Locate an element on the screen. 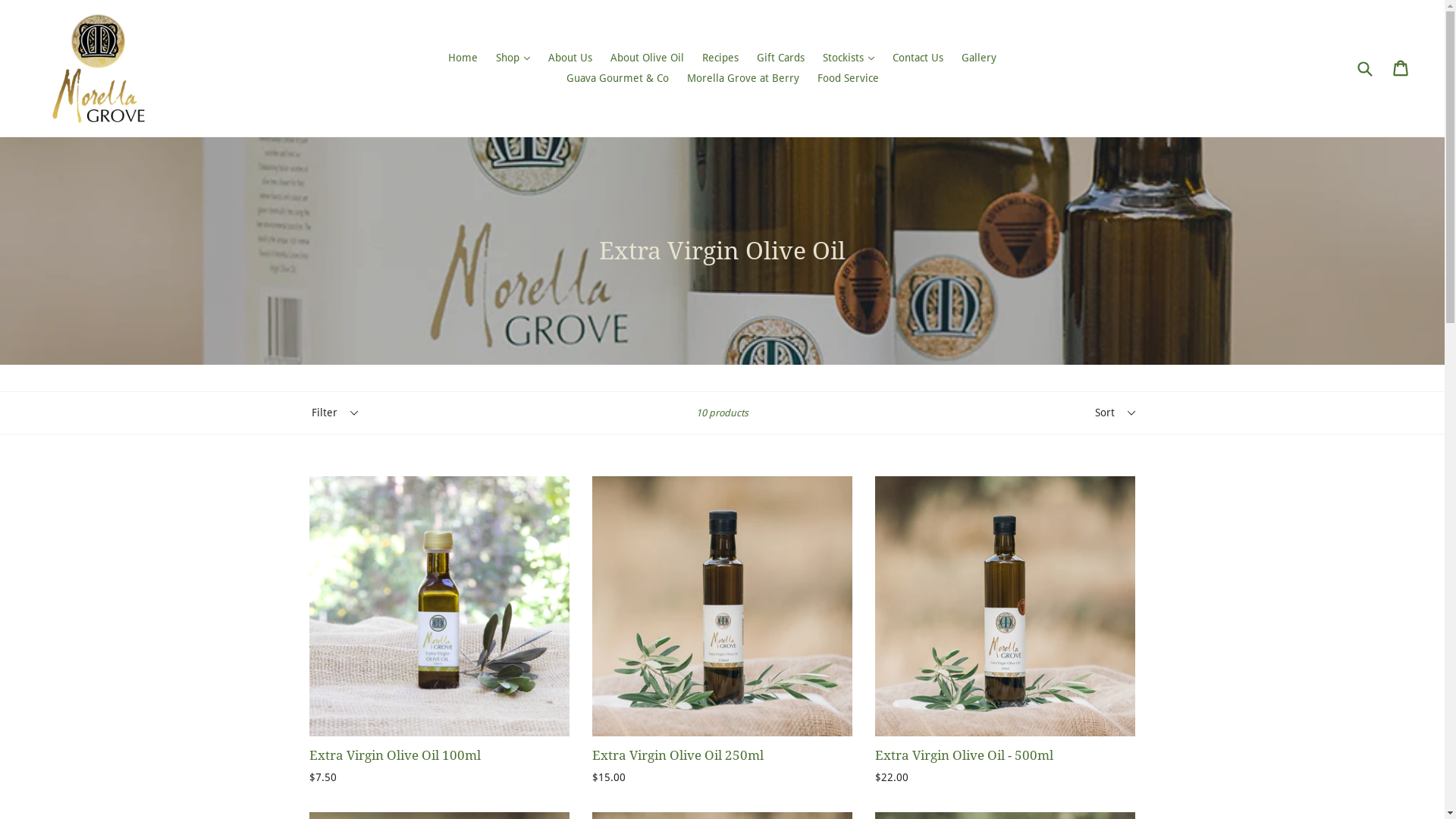  'About Us' is located at coordinates (570, 57).